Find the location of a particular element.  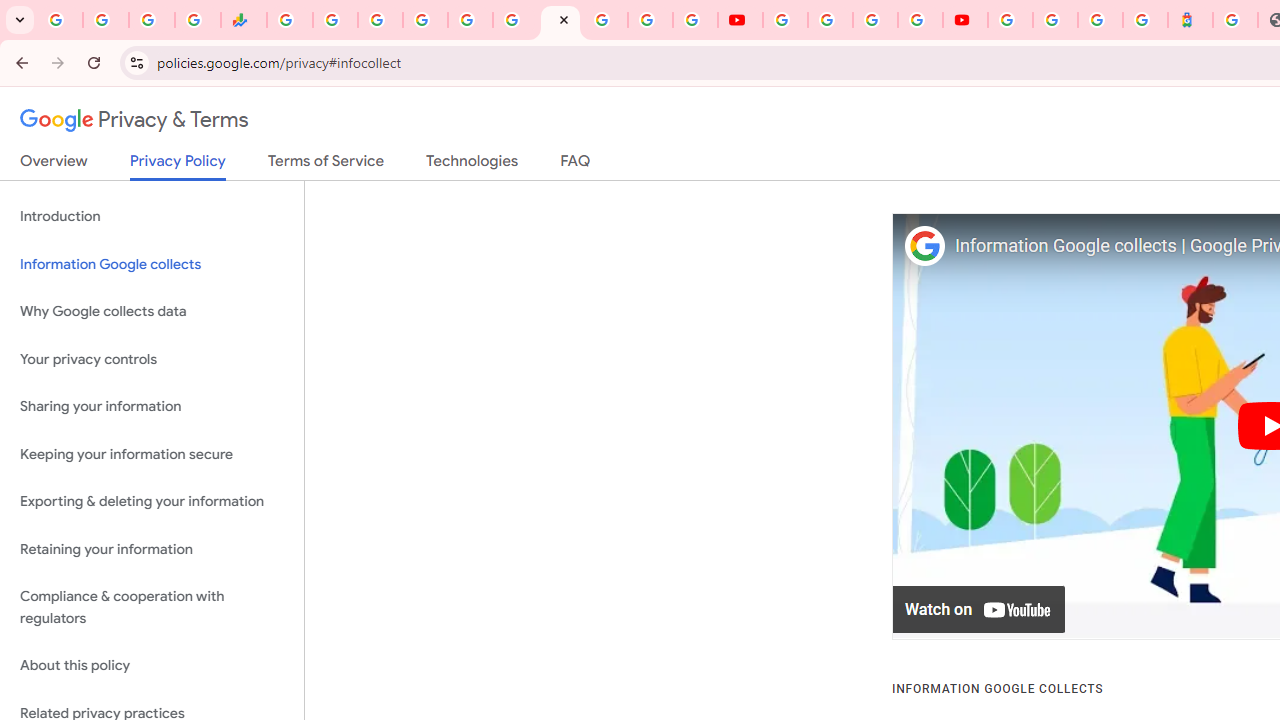

'Privacy & Terms' is located at coordinates (134, 120).